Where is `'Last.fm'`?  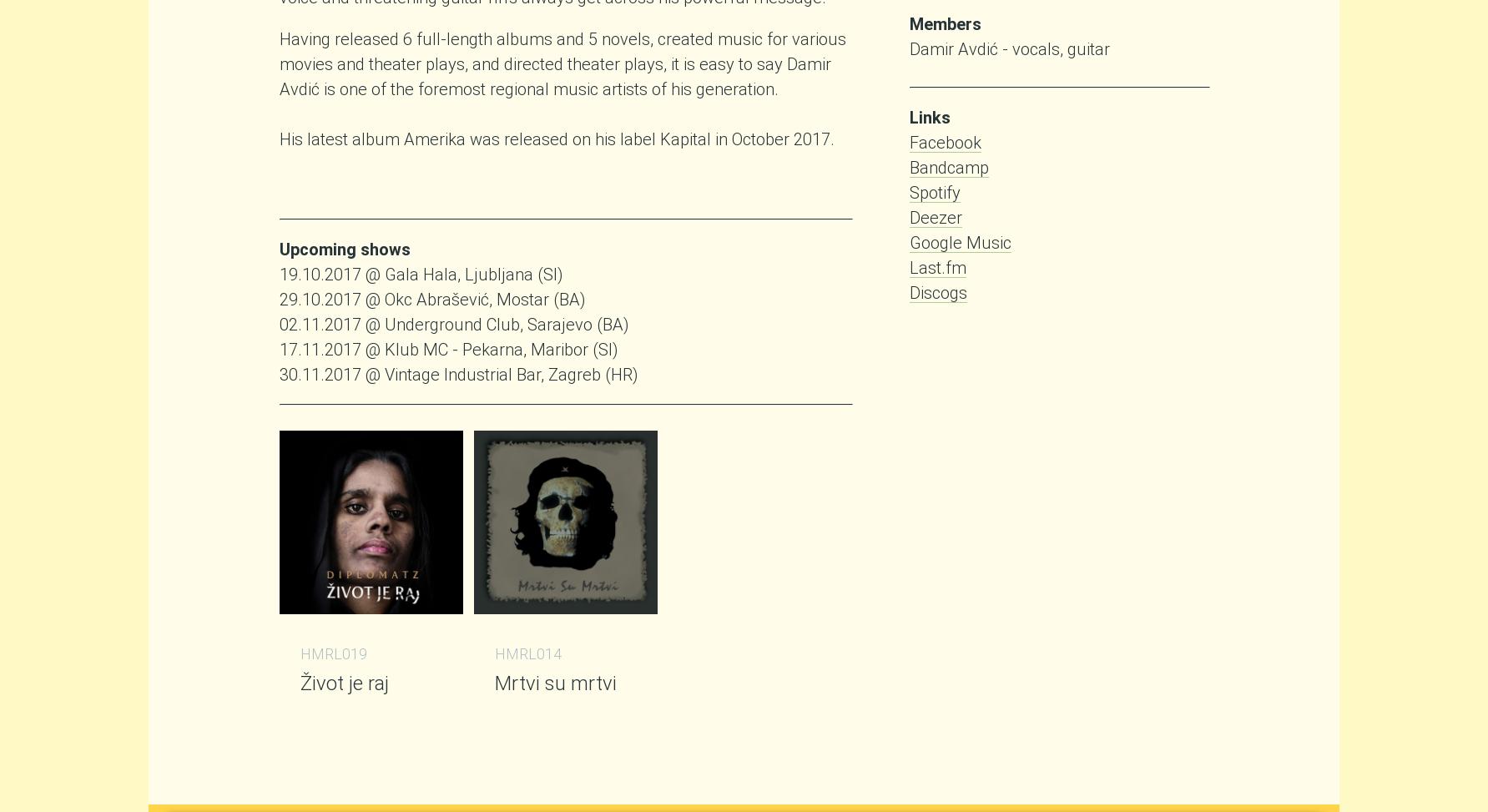
'Last.fm' is located at coordinates (909, 267).